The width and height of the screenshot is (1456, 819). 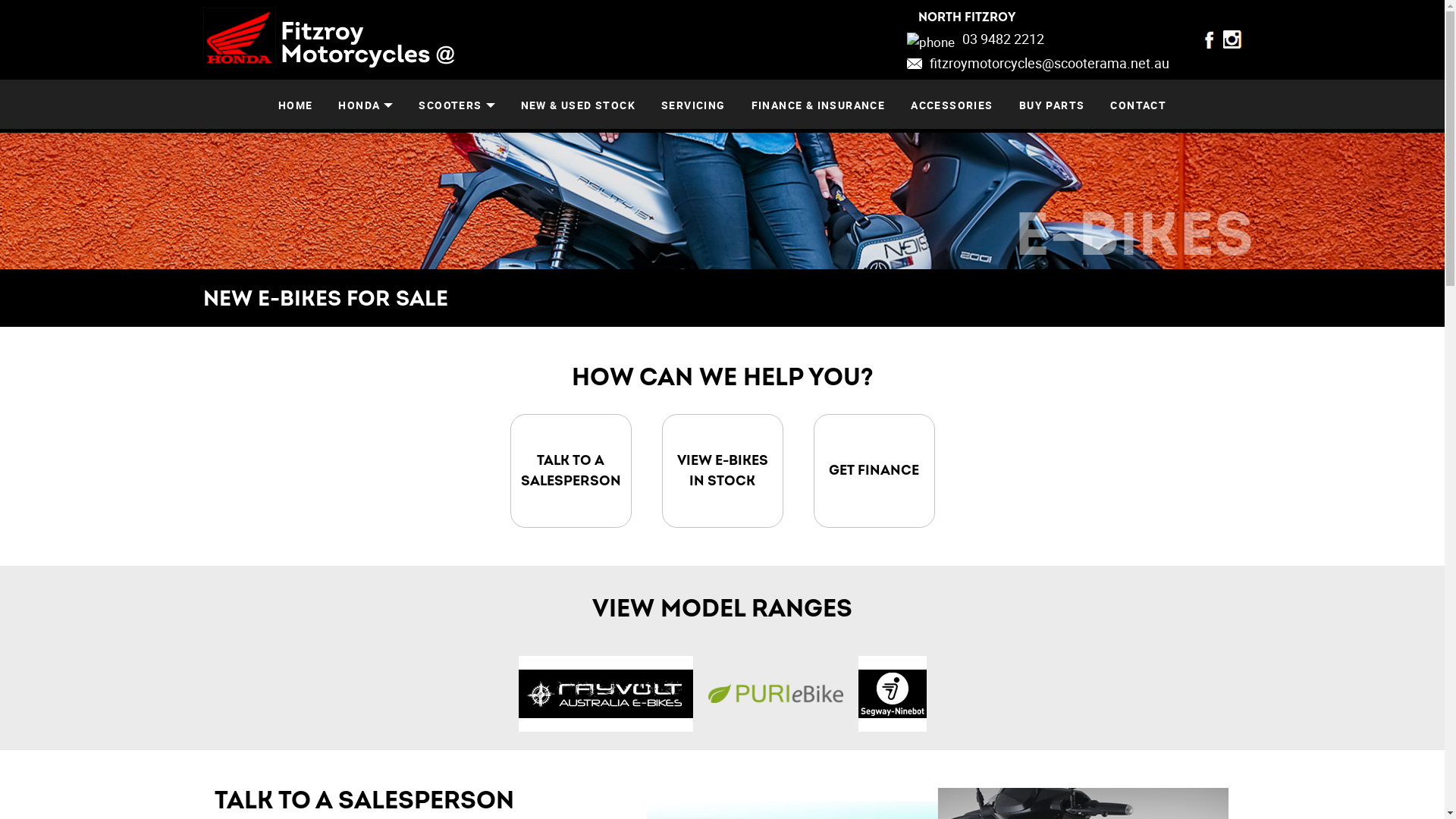 I want to click on 'CONTACT', so click(x=1138, y=104).